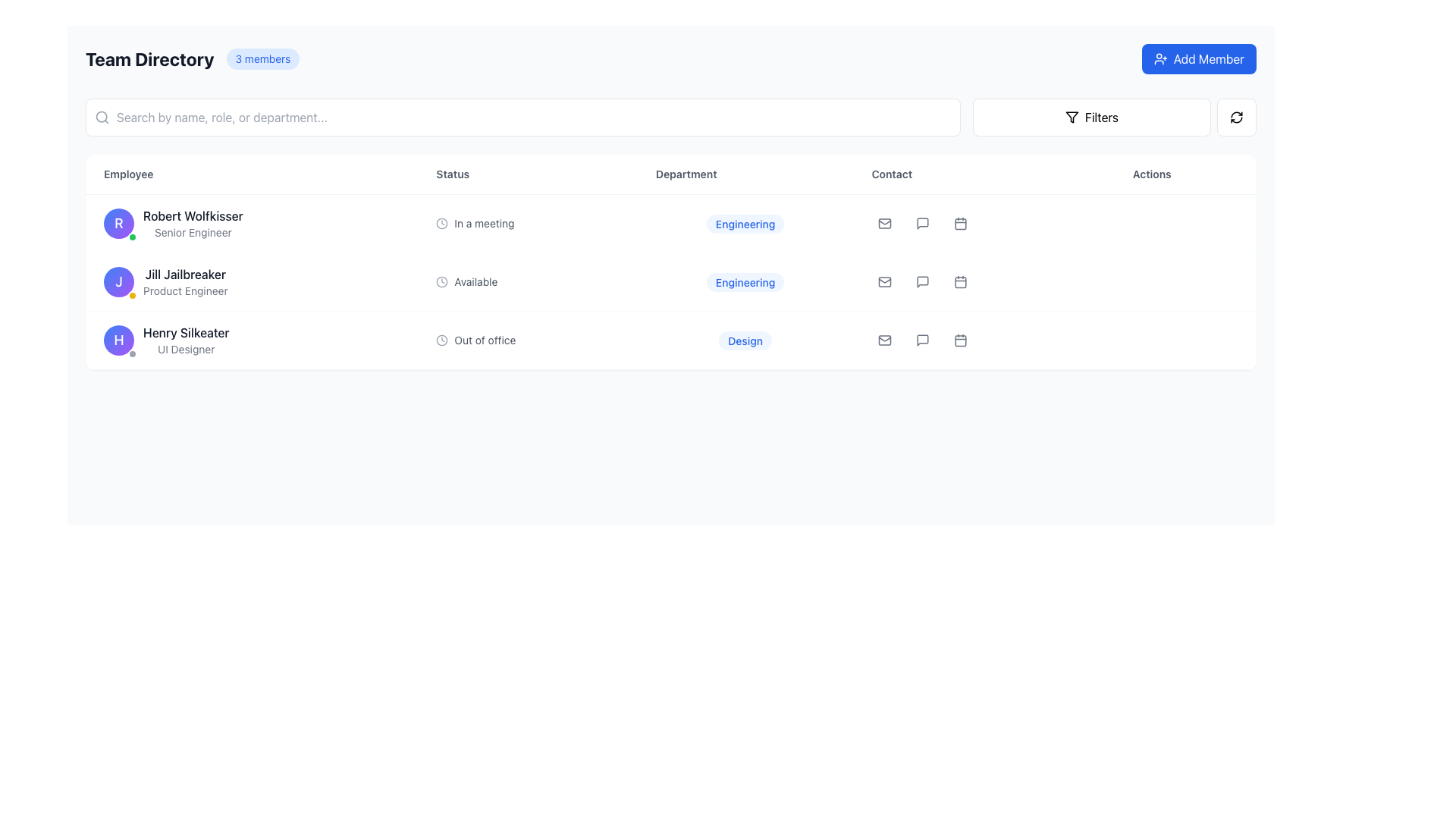  What do you see at coordinates (192, 233) in the screenshot?
I see `the static text label that provides a functional description for 'Robert Wolfkisser', located directly below their name in the Team Directory table` at bounding box center [192, 233].